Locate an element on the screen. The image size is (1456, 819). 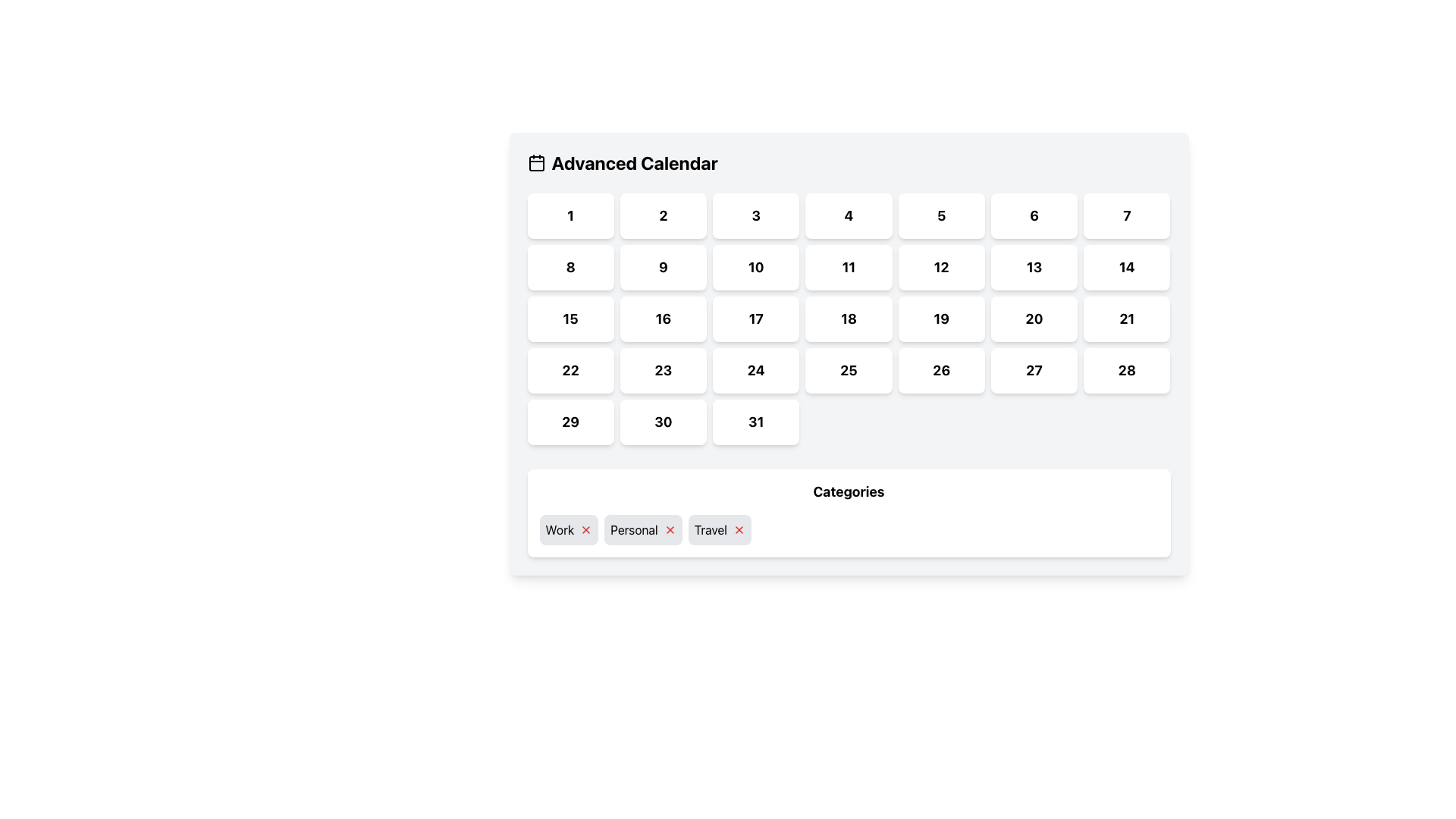
the bold, large-sized text displaying the number '27' in the twelfth button of the calendar grid is located at coordinates (1033, 370).